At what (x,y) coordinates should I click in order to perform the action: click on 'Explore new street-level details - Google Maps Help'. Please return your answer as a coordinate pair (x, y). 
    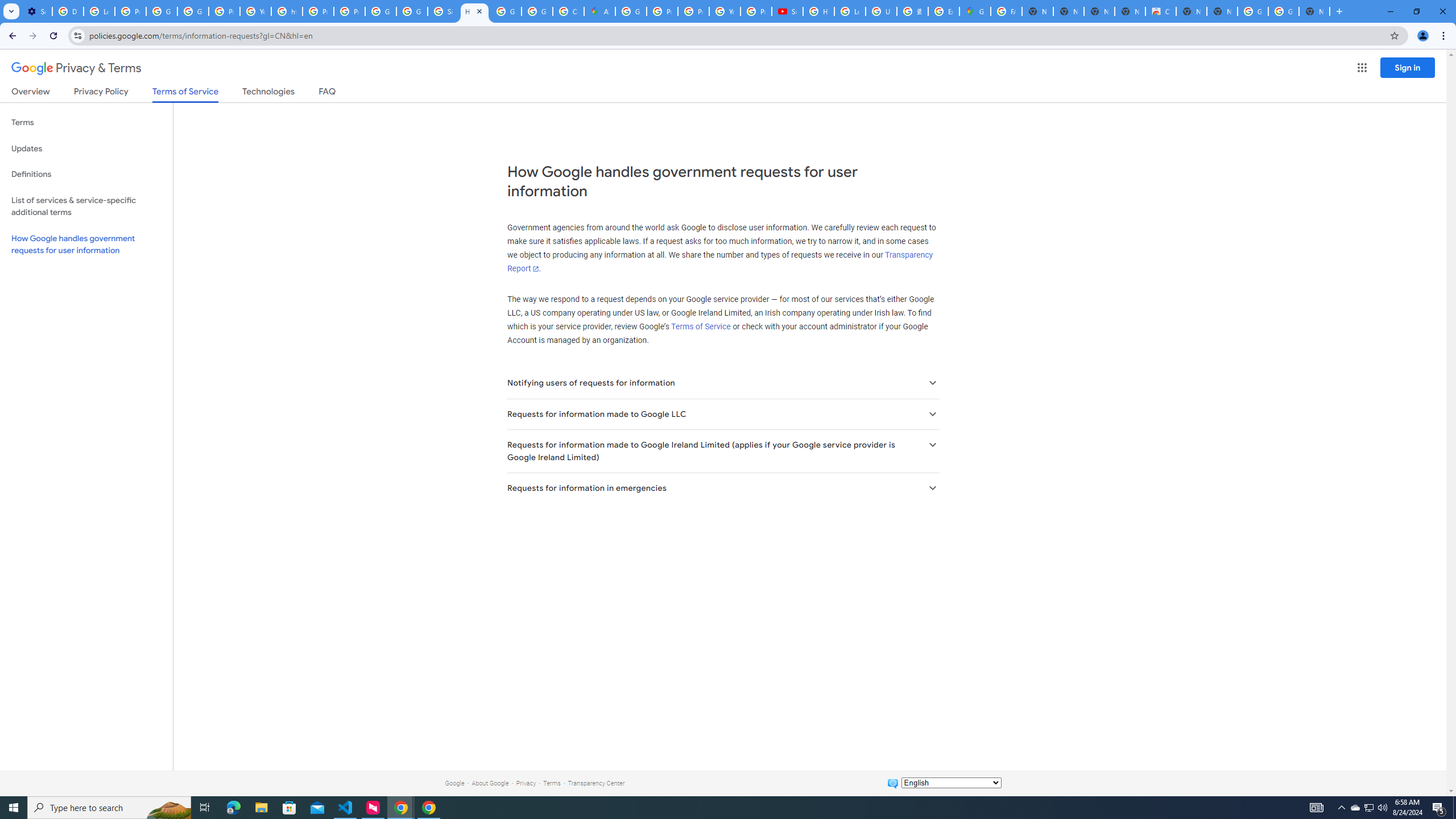
    Looking at the image, I should click on (943, 11).